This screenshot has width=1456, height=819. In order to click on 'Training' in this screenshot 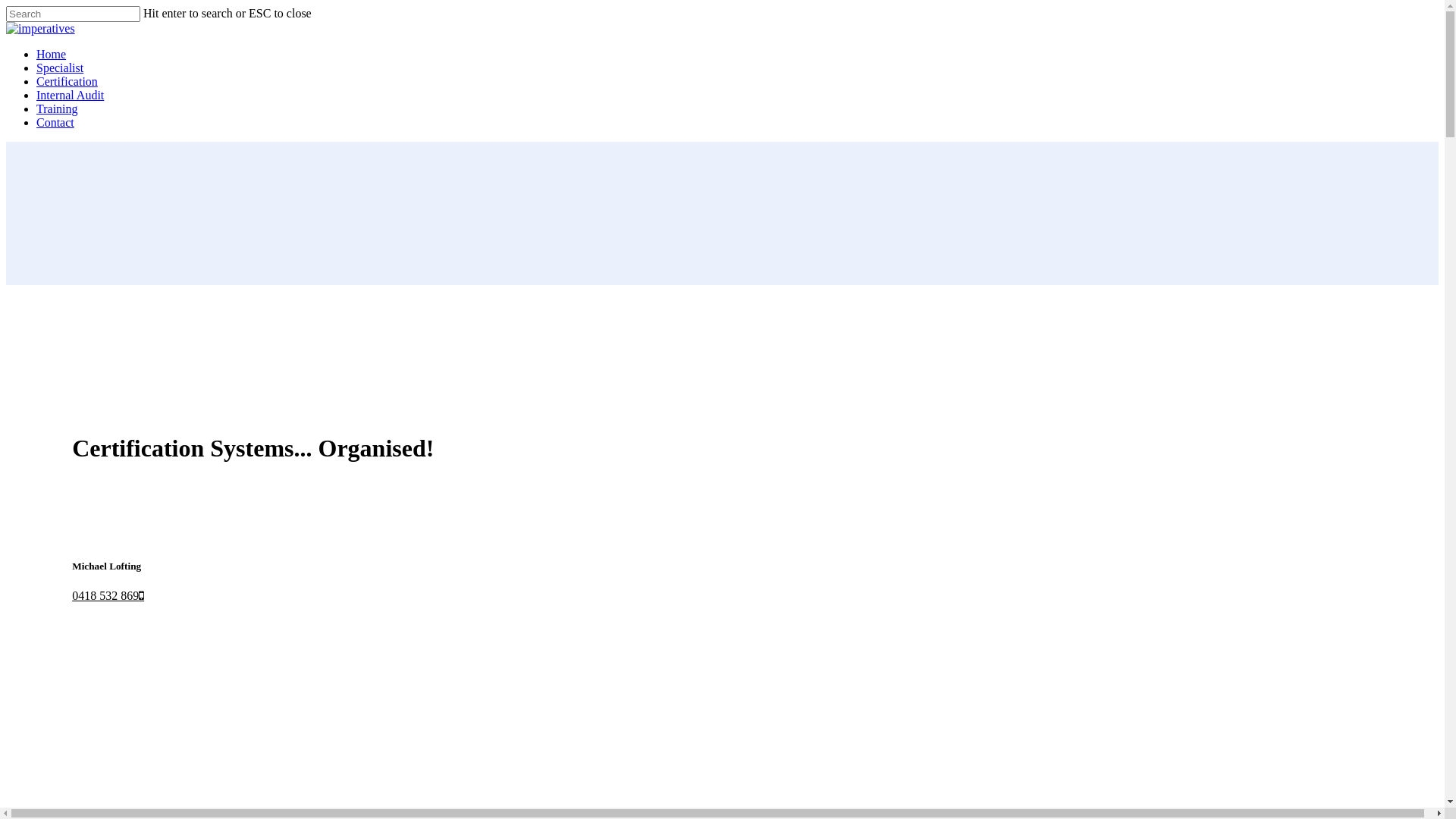, I will do `click(57, 108)`.